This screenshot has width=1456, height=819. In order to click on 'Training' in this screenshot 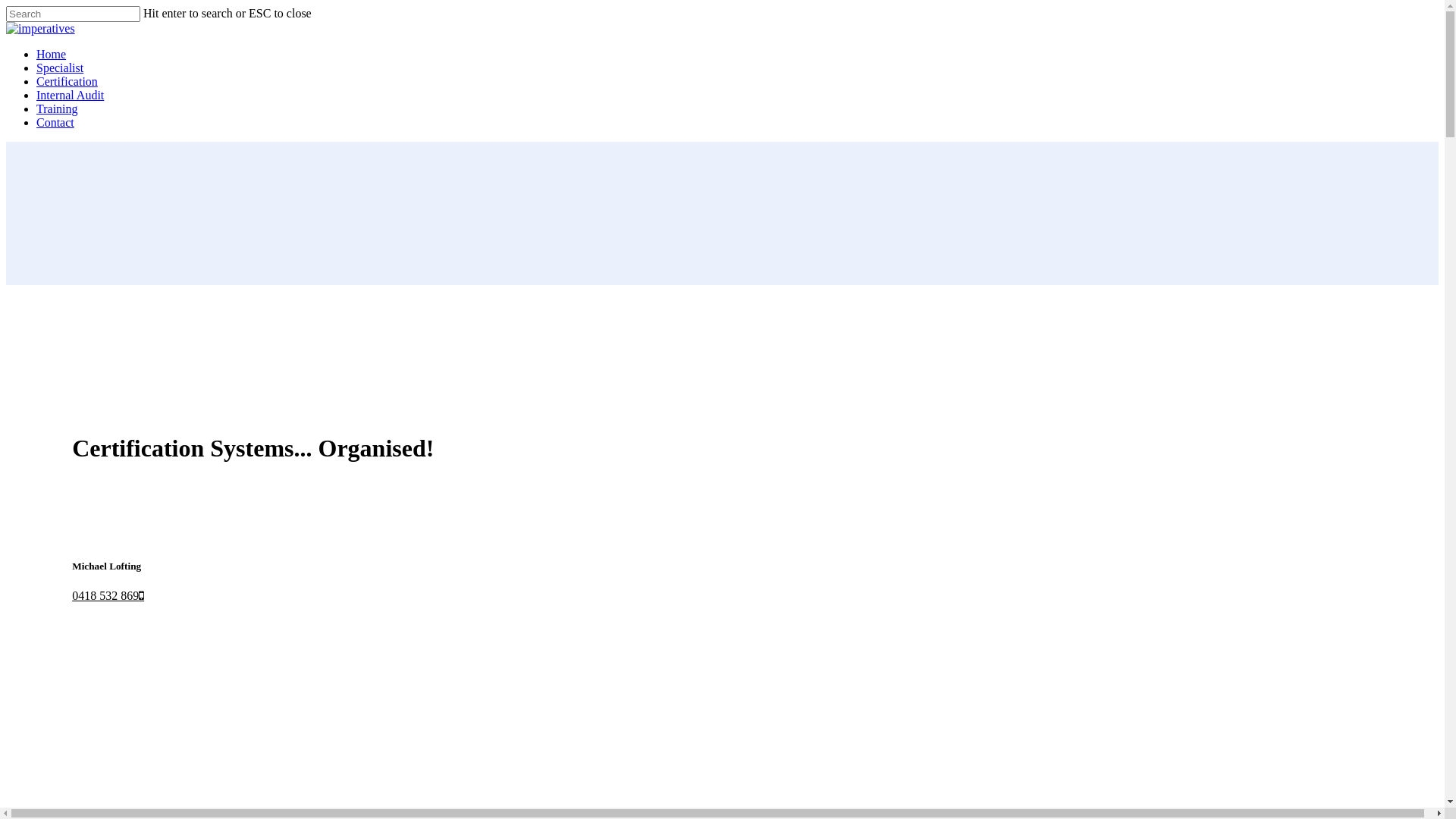, I will do `click(57, 108)`.